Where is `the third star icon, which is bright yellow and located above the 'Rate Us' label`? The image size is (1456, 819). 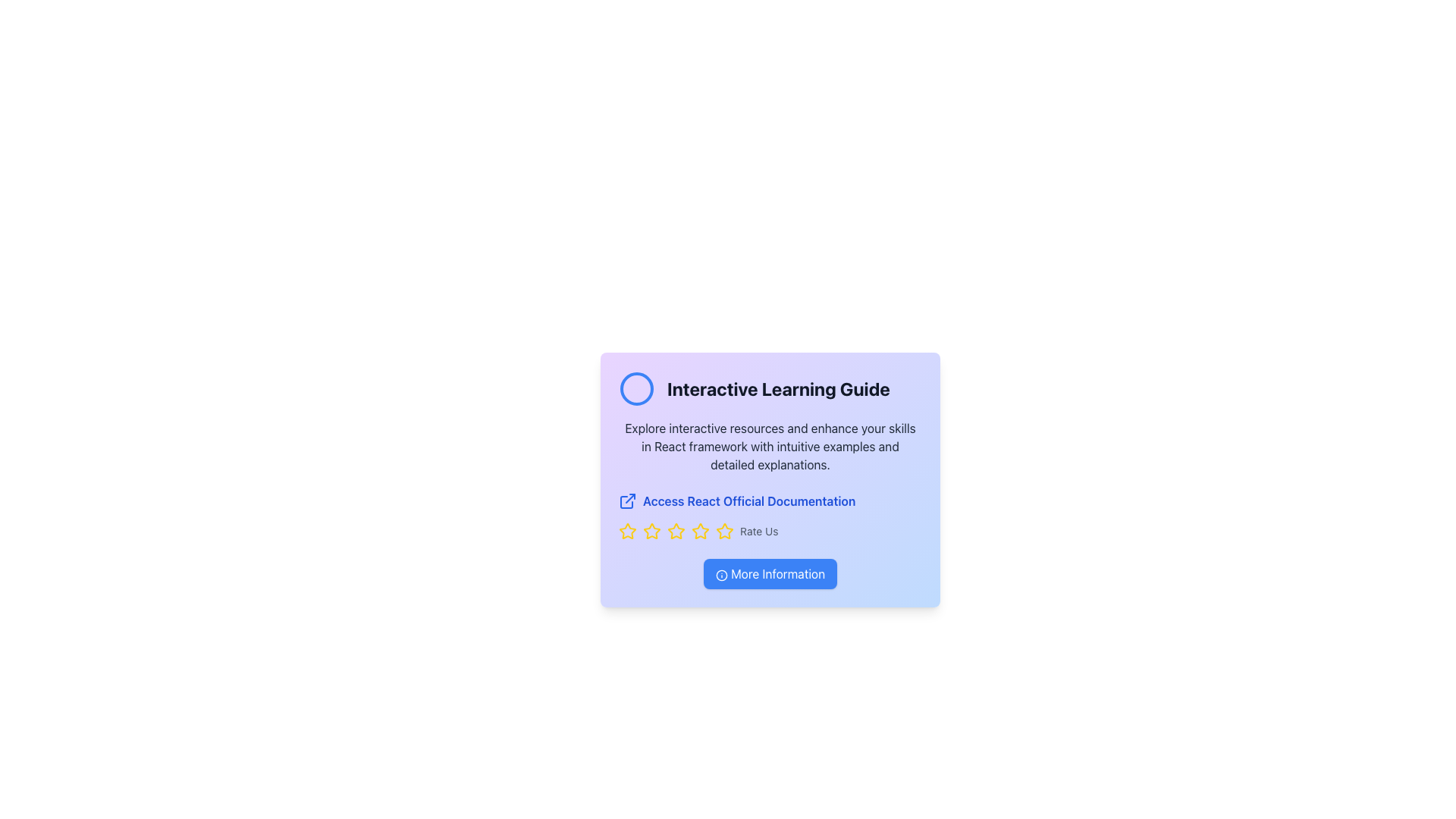 the third star icon, which is bright yellow and located above the 'Rate Us' label is located at coordinates (676, 530).